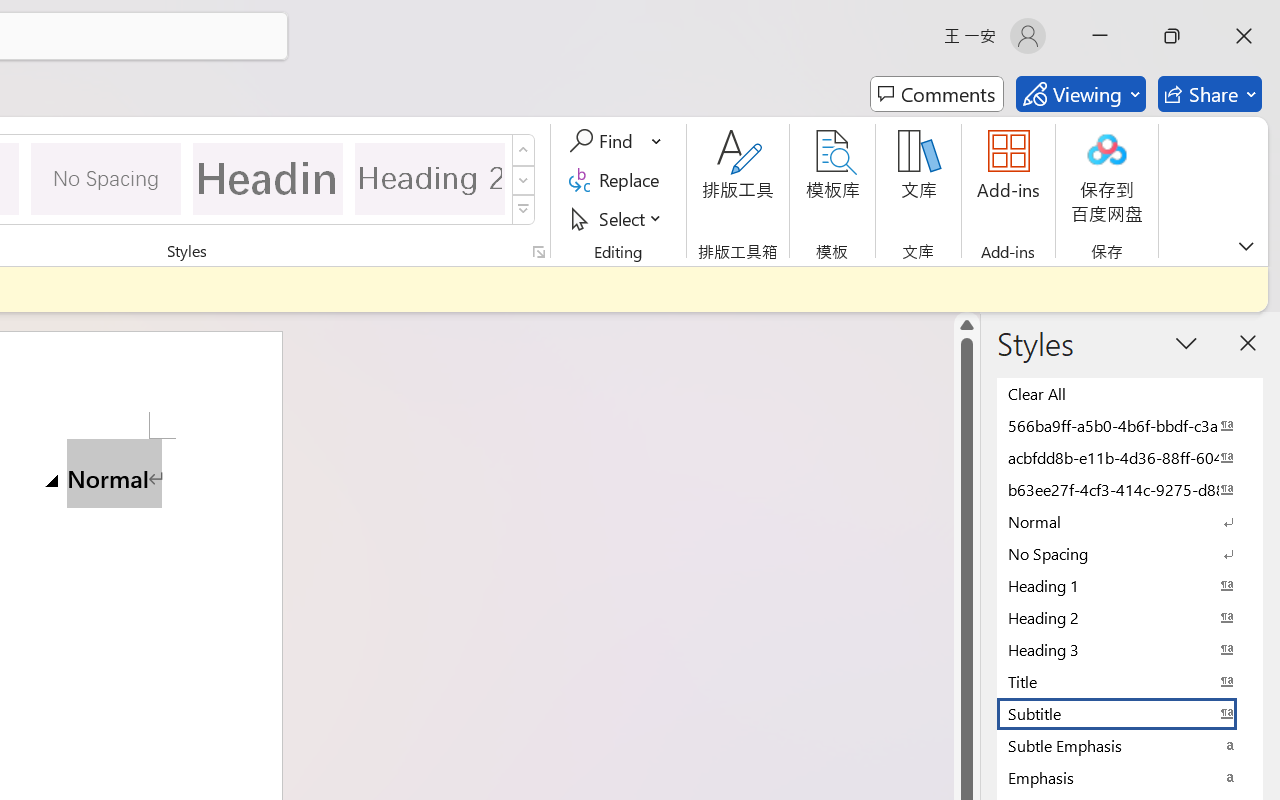 Image resolution: width=1280 pixels, height=800 pixels. Describe the element at coordinates (1130, 745) in the screenshot. I see `'Subtle Emphasis'` at that location.